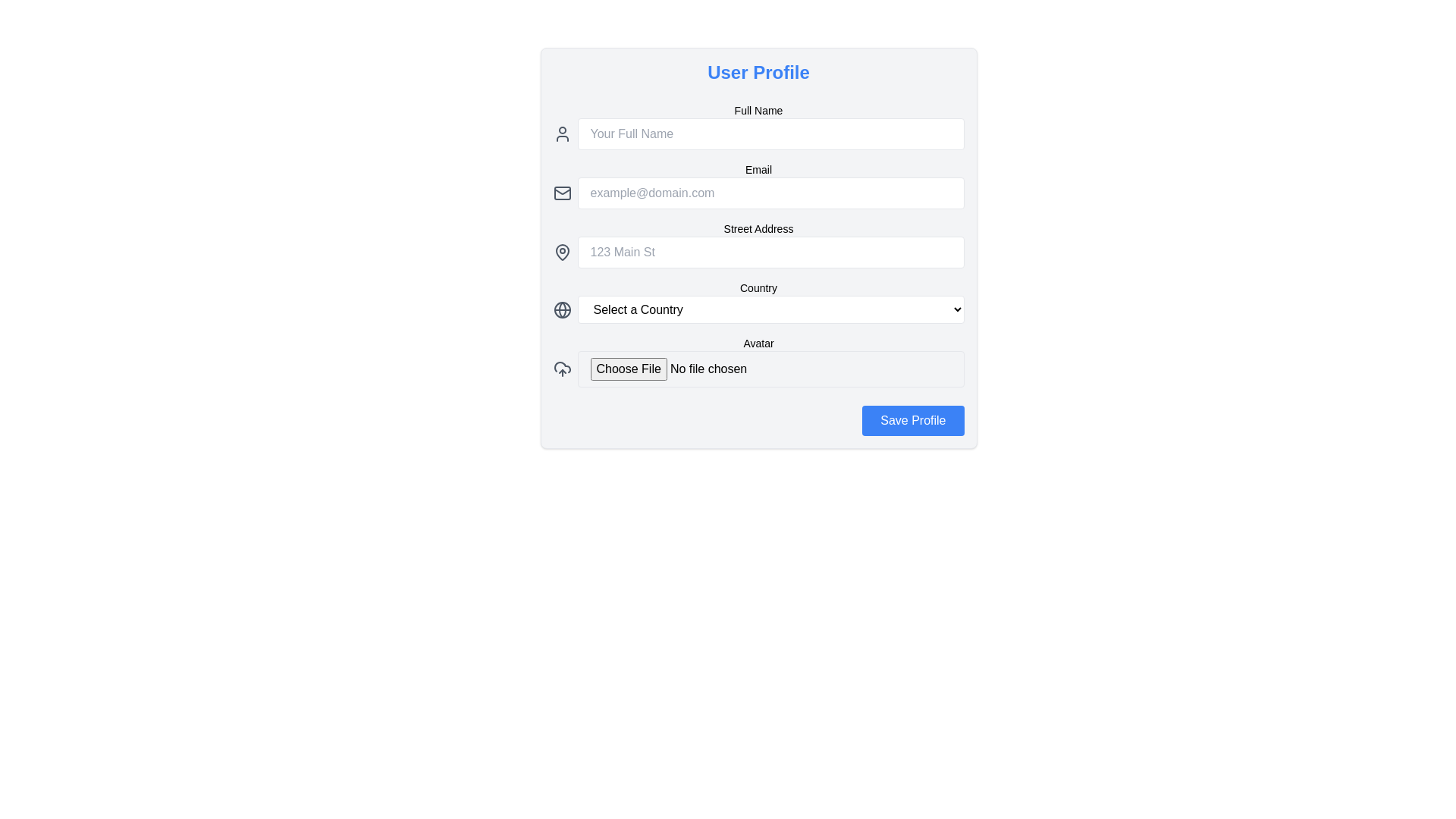 The width and height of the screenshot is (1456, 819). I want to click on the label text that provides context for the email input field, positioned centrally above the email input and alongside the email icon, so click(758, 169).